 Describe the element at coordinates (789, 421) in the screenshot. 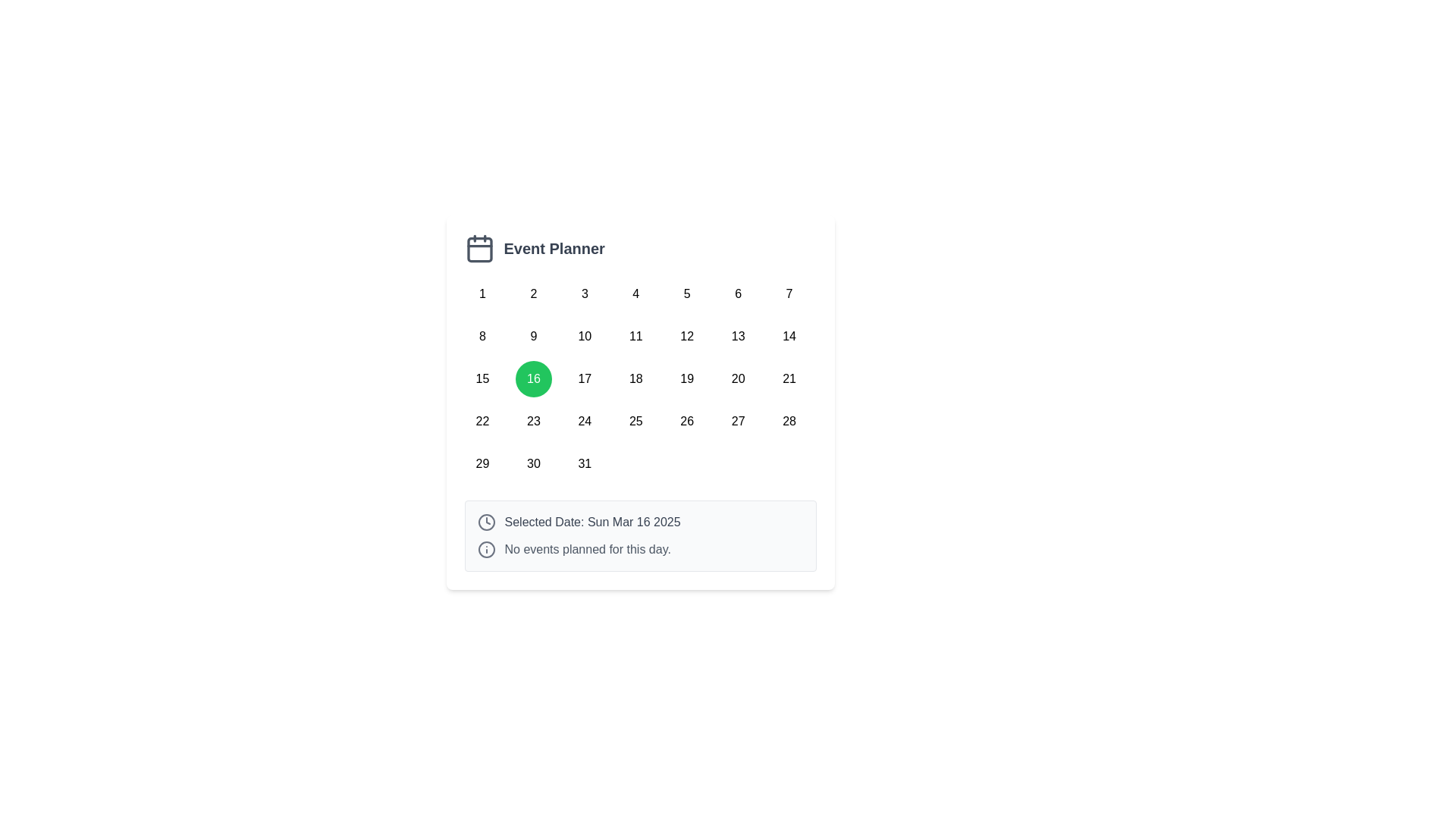

I see `the circular button displaying the number '28' located` at that location.